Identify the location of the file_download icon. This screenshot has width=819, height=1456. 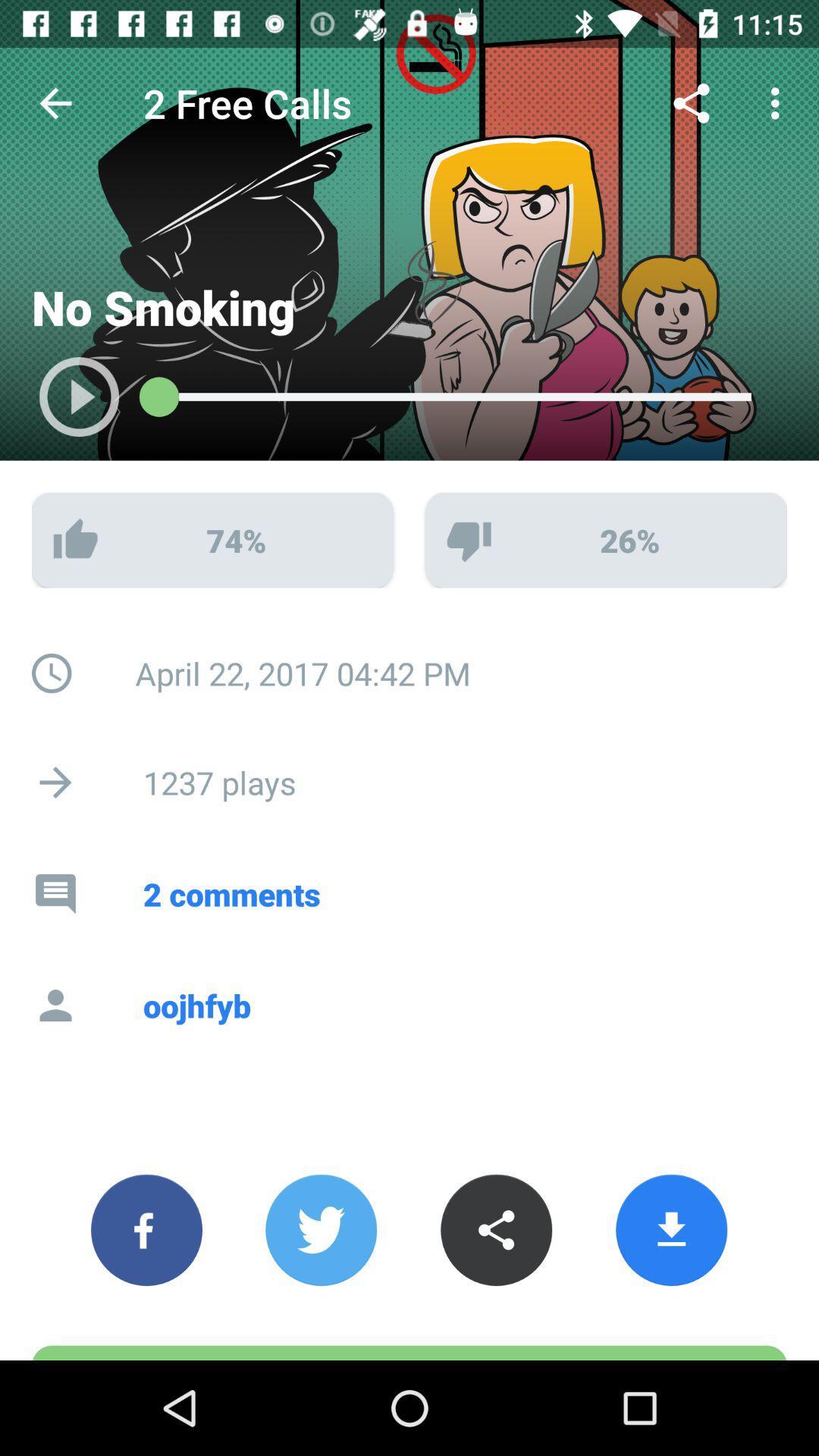
(670, 1230).